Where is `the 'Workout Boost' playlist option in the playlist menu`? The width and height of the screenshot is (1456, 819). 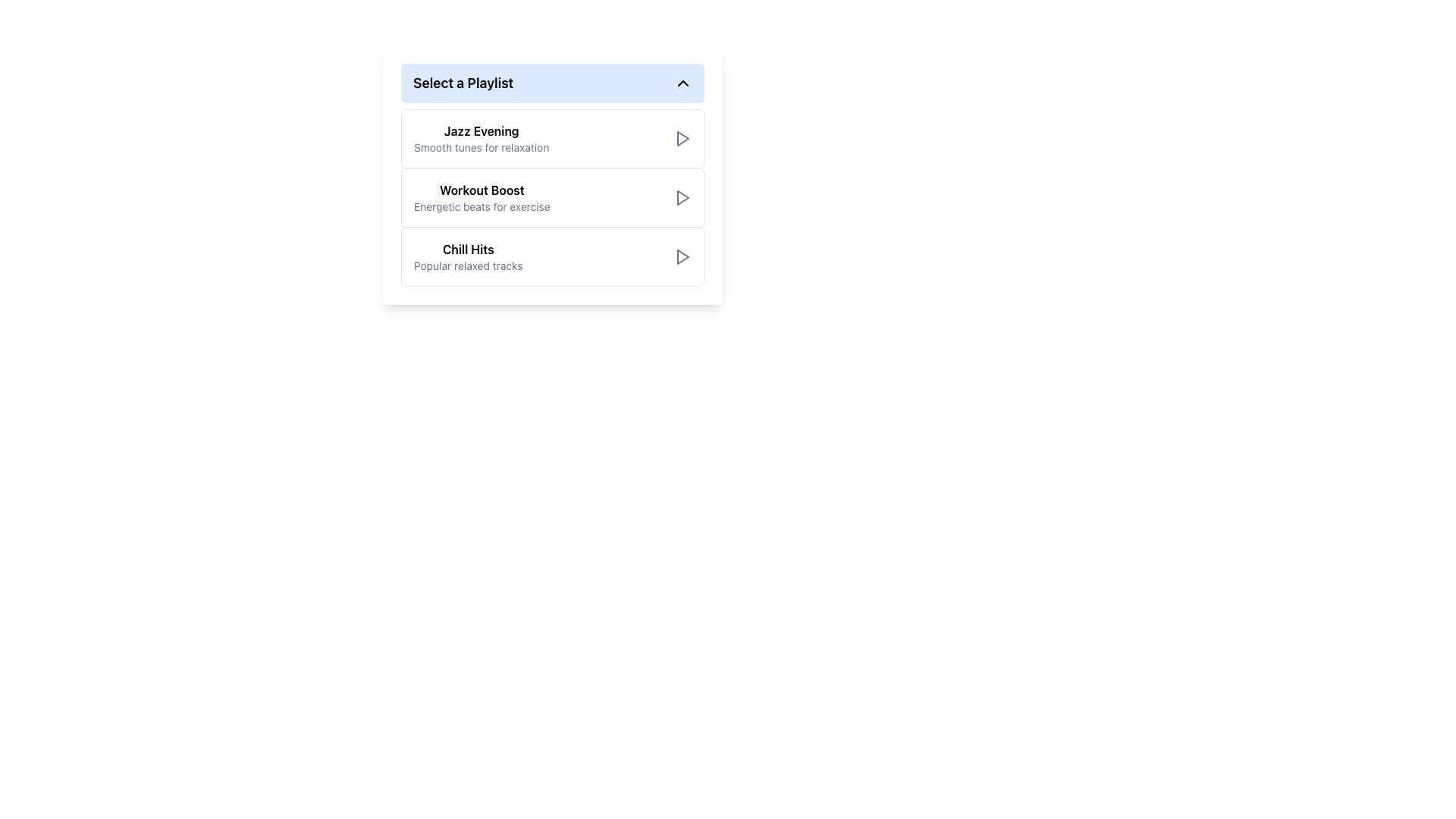 the 'Workout Boost' playlist option in the playlist menu is located at coordinates (481, 197).